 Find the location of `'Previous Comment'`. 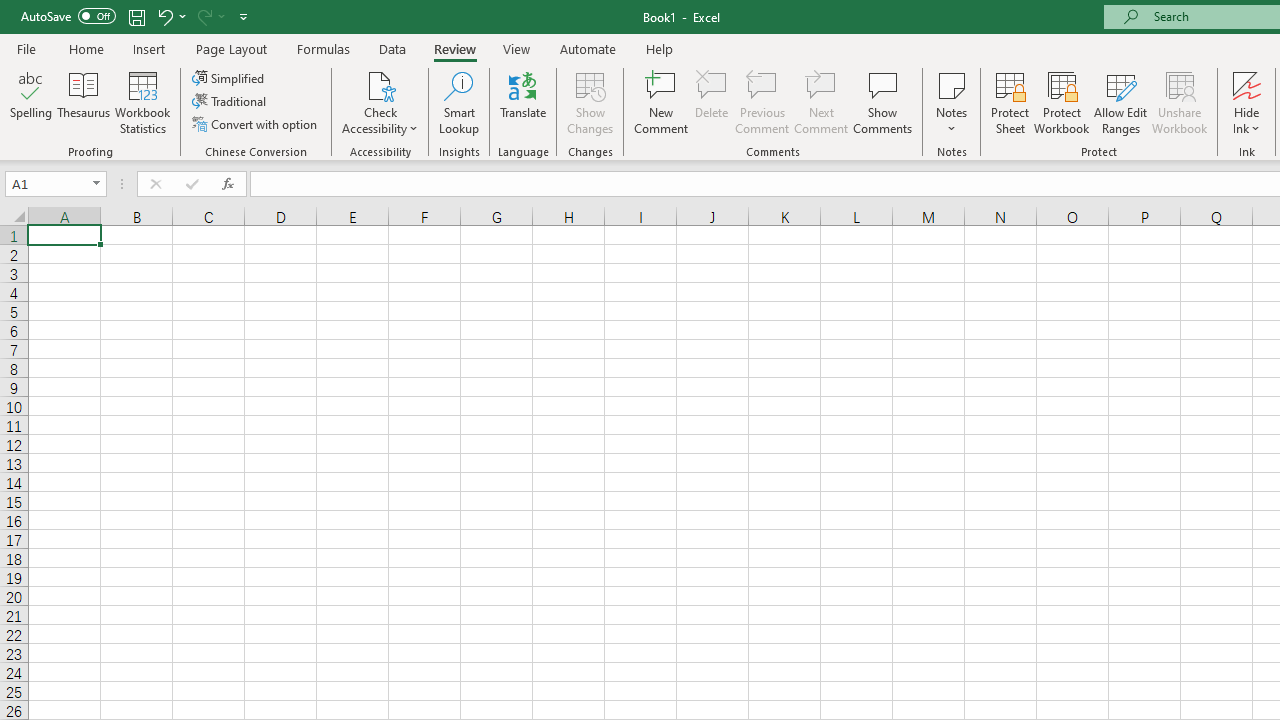

'Previous Comment' is located at coordinates (761, 103).